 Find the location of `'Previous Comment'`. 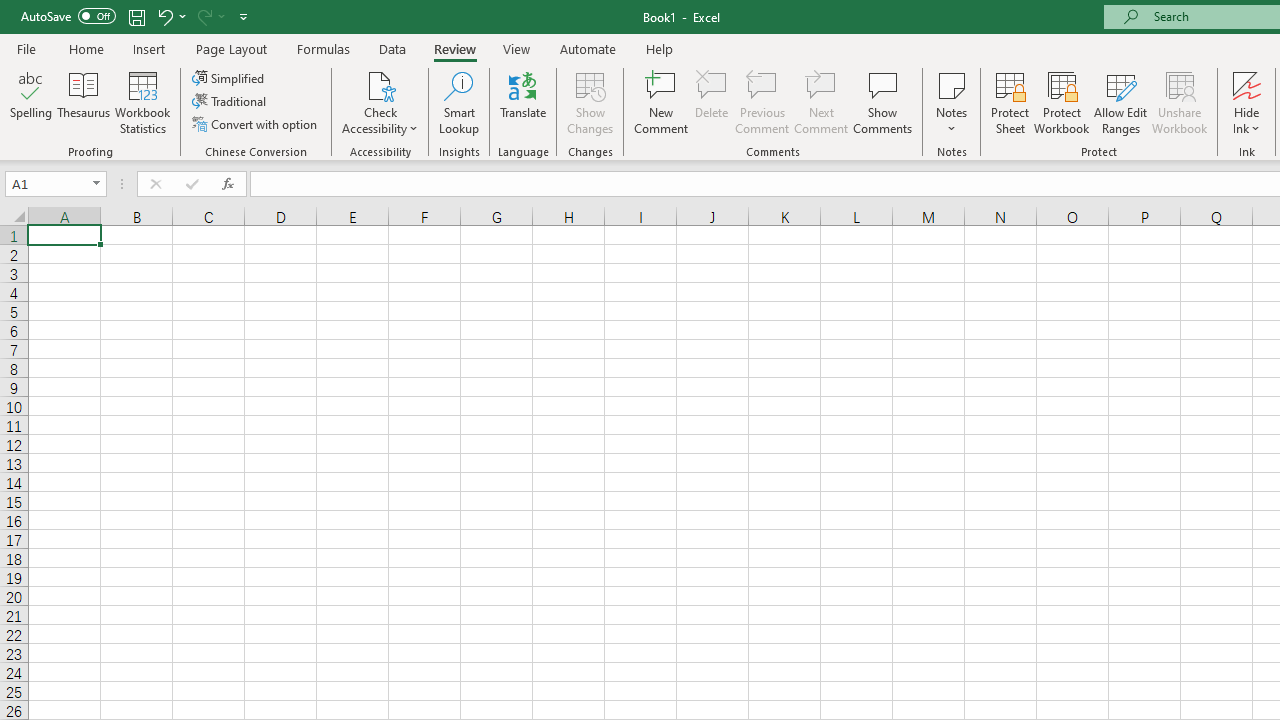

'Previous Comment' is located at coordinates (761, 103).